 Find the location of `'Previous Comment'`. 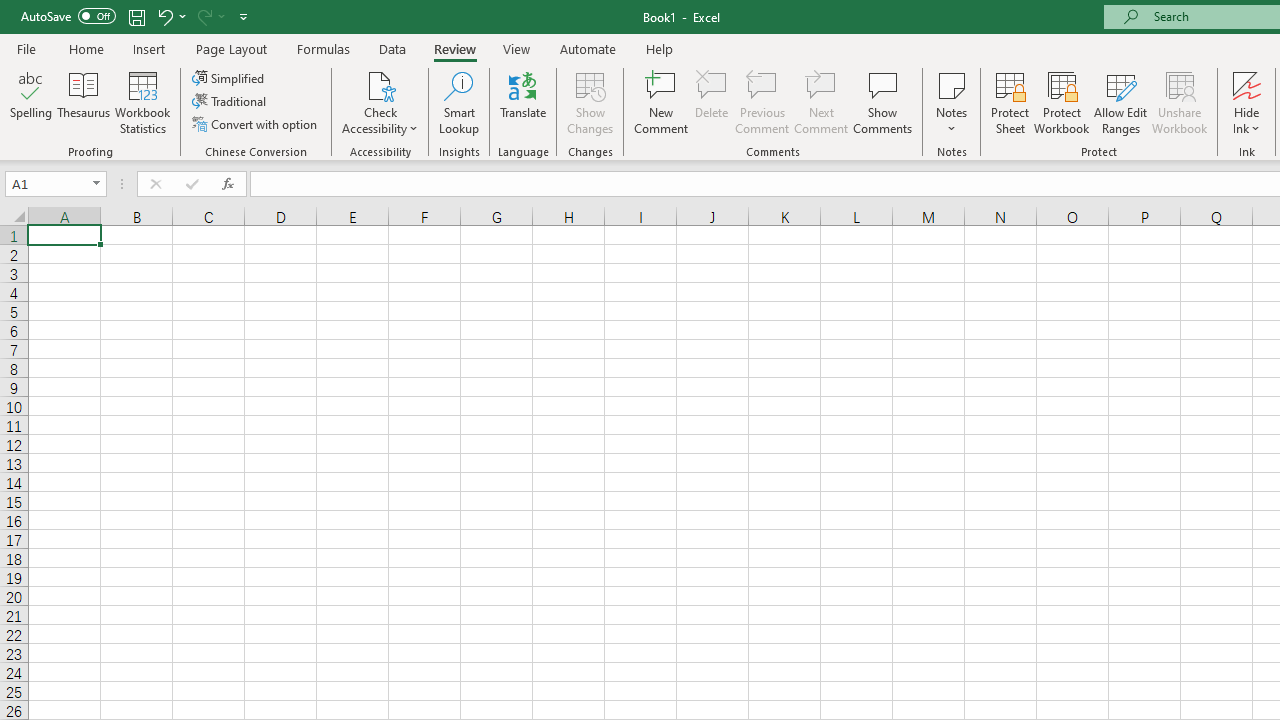

'Previous Comment' is located at coordinates (761, 103).